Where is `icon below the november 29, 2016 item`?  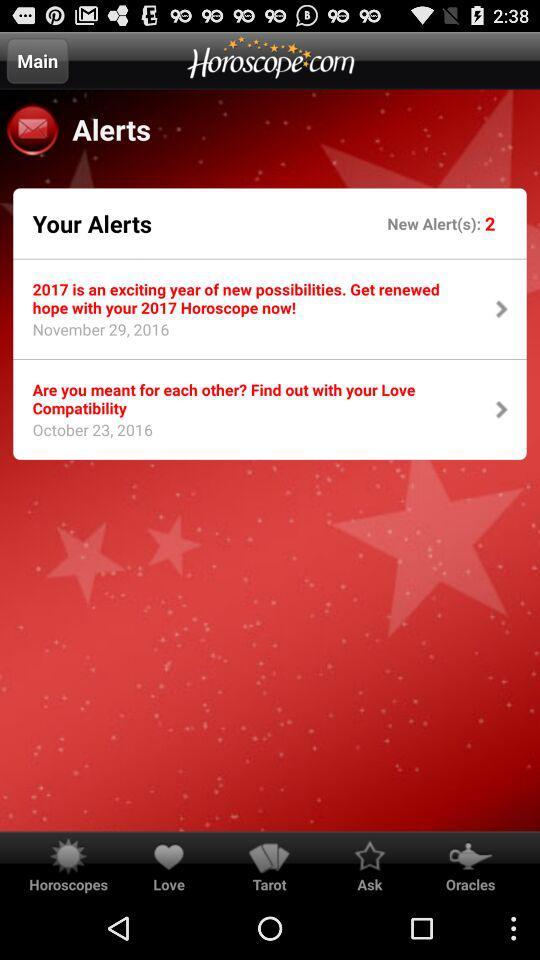 icon below the november 29, 2016 item is located at coordinates (250, 397).